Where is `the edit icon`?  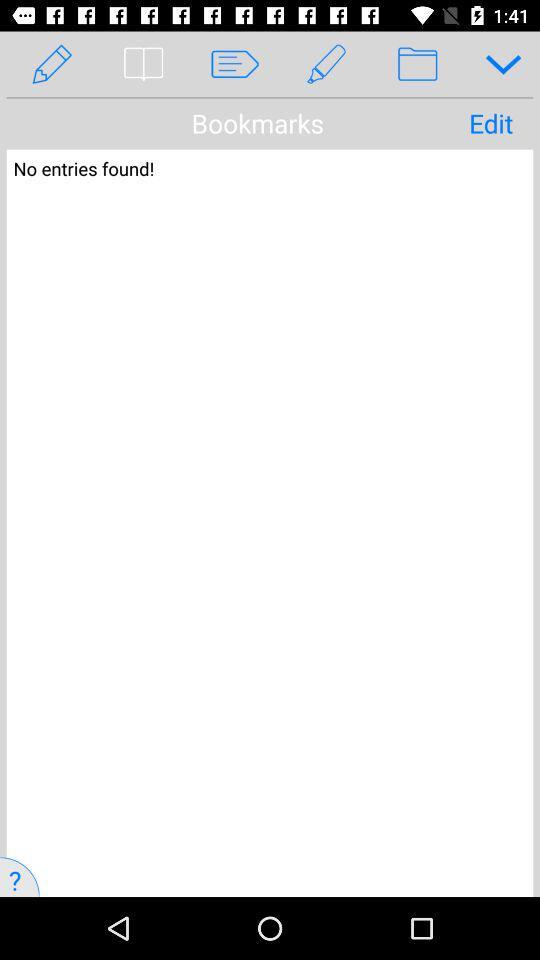 the edit icon is located at coordinates (326, 64).